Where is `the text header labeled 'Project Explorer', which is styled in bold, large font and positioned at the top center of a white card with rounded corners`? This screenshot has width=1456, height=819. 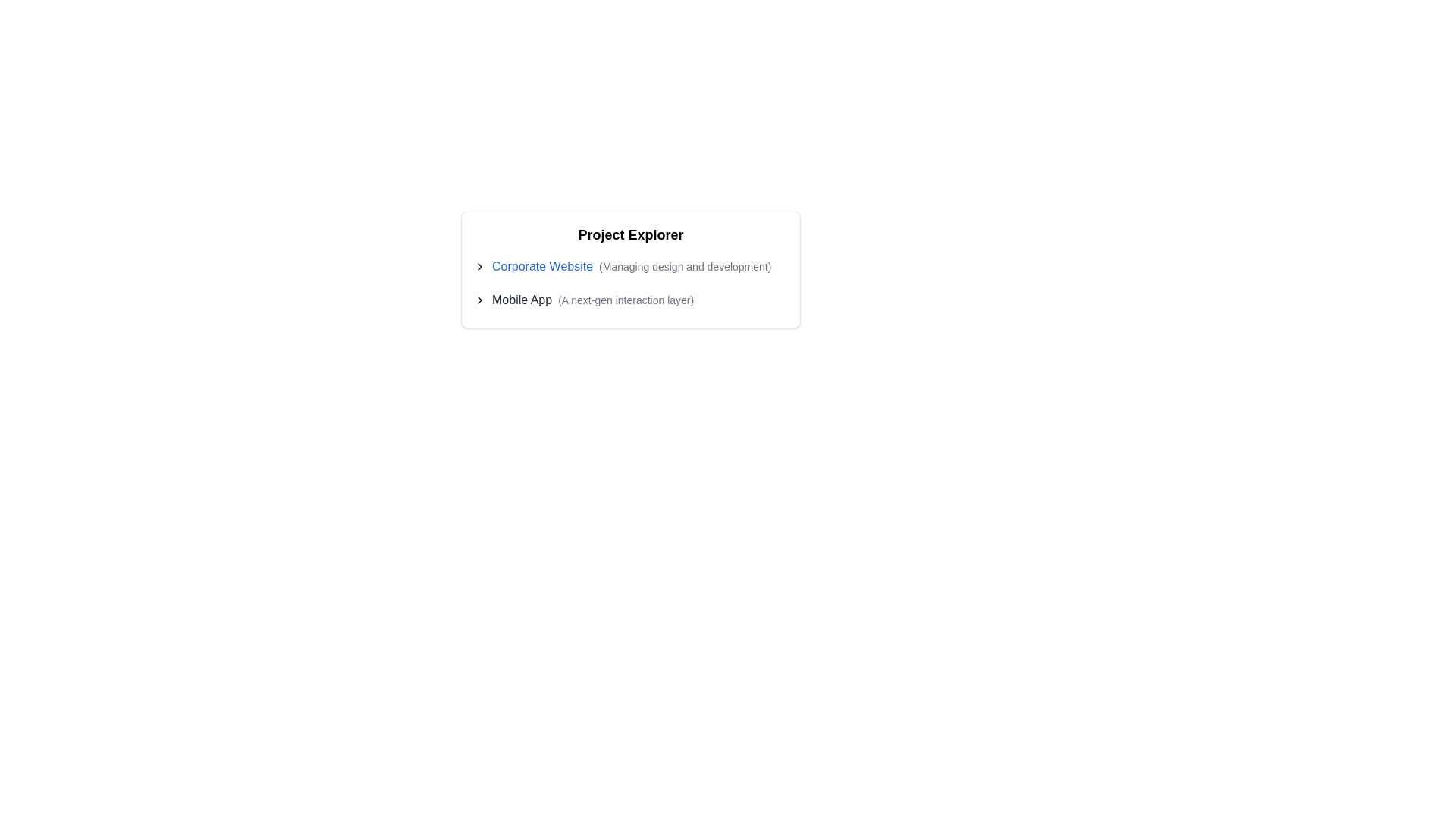
the text header labeled 'Project Explorer', which is styled in bold, large font and positioned at the top center of a white card with rounded corners is located at coordinates (630, 237).